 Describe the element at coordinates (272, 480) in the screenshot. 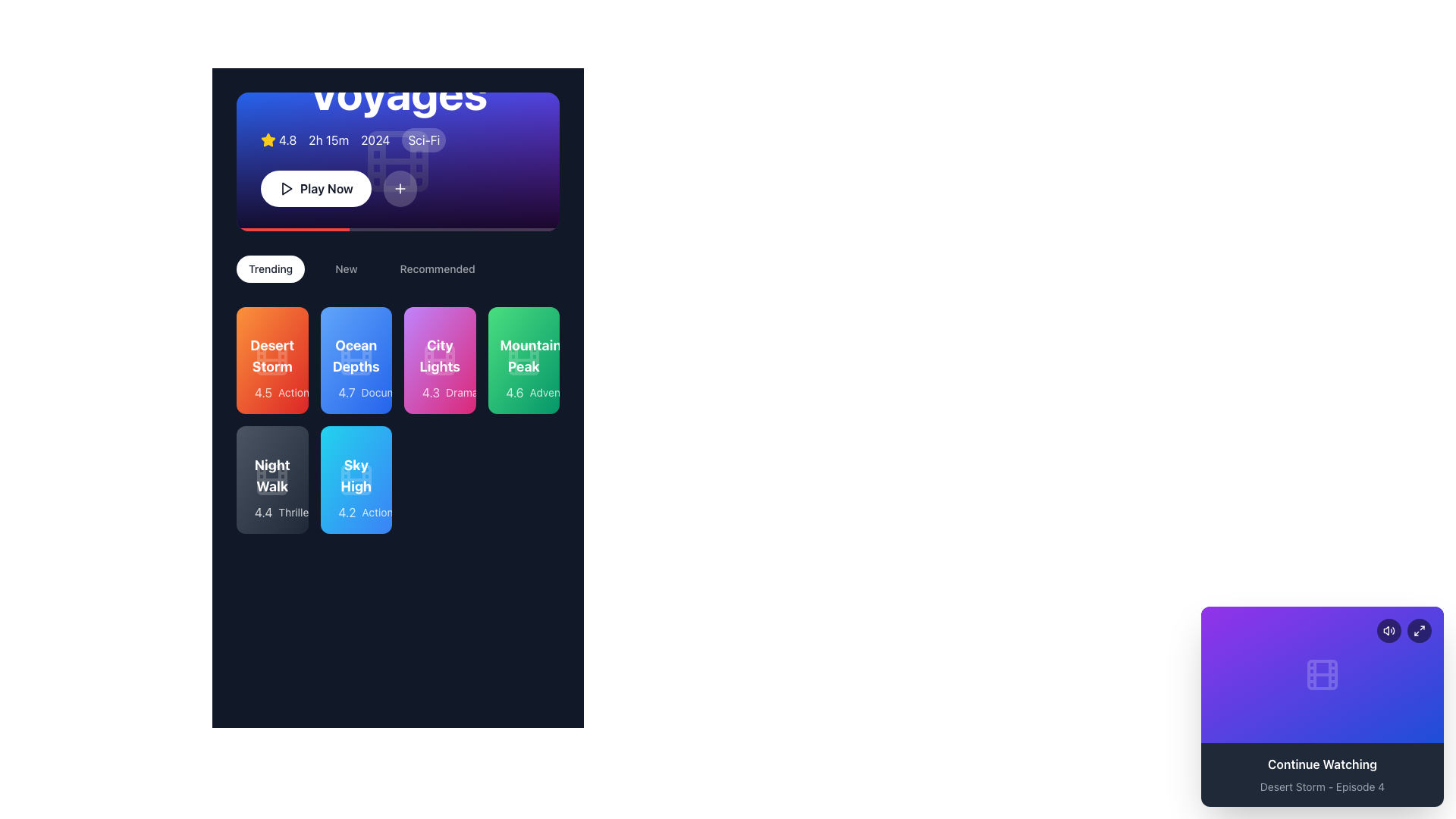

I see `on the movie/show selection card that displays its title, rating, and genre, located in the first item of the second row in a grid layout` at that location.